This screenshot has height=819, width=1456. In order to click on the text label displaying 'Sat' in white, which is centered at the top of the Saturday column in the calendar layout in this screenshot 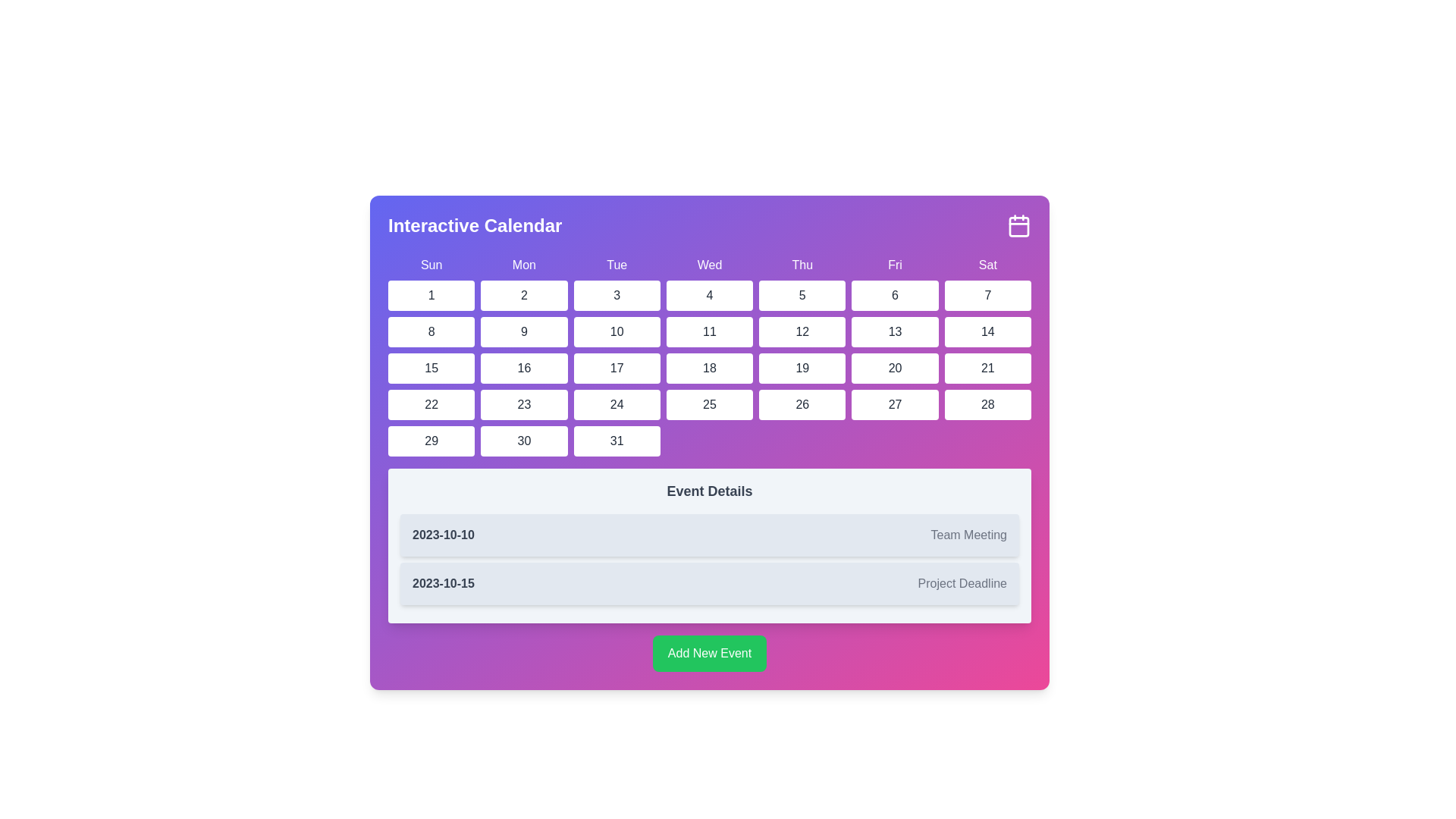, I will do `click(987, 265)`.